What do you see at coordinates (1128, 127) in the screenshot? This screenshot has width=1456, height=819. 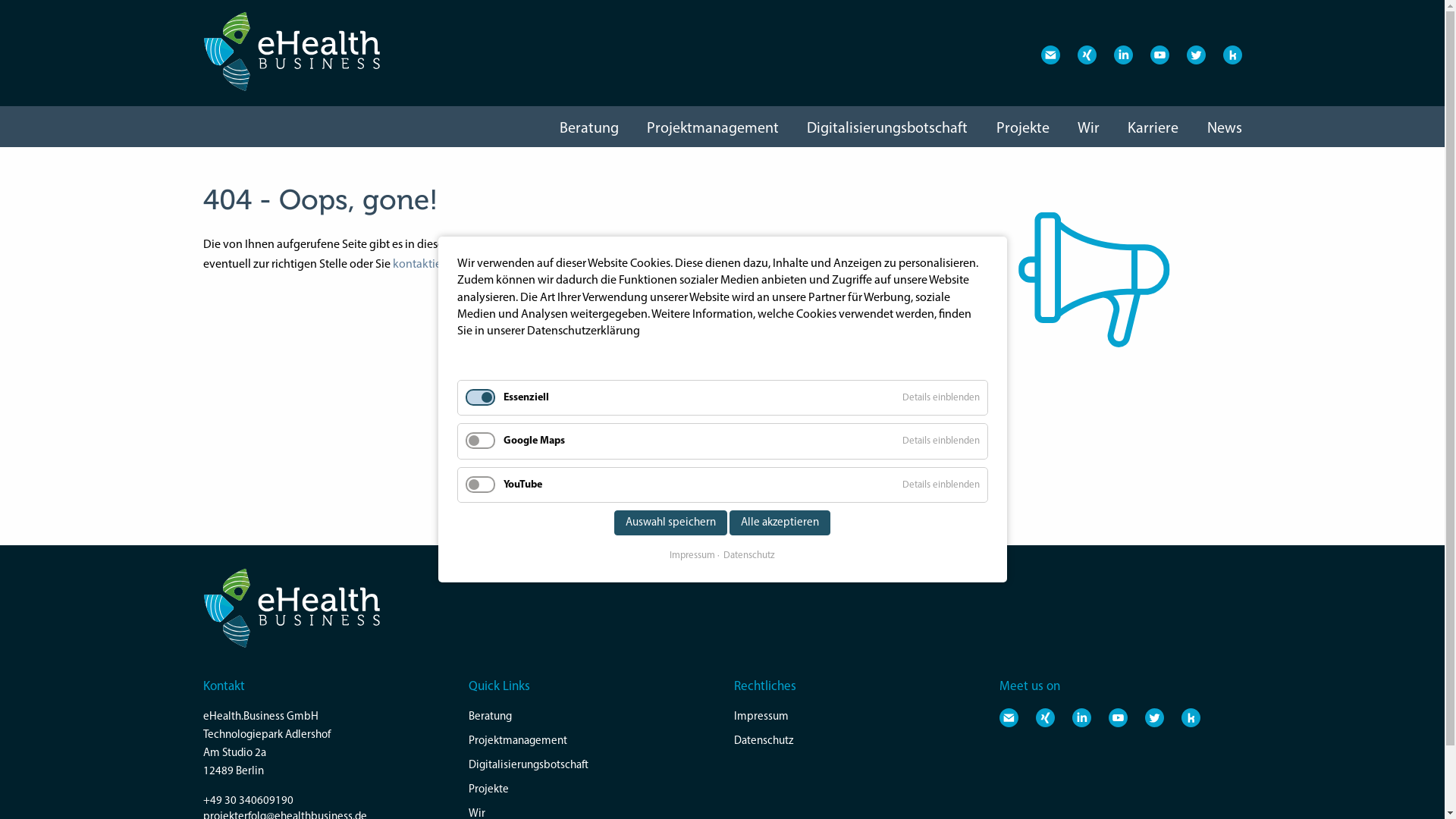 I see `'Karriere'` at bounding box center [1128, 127].